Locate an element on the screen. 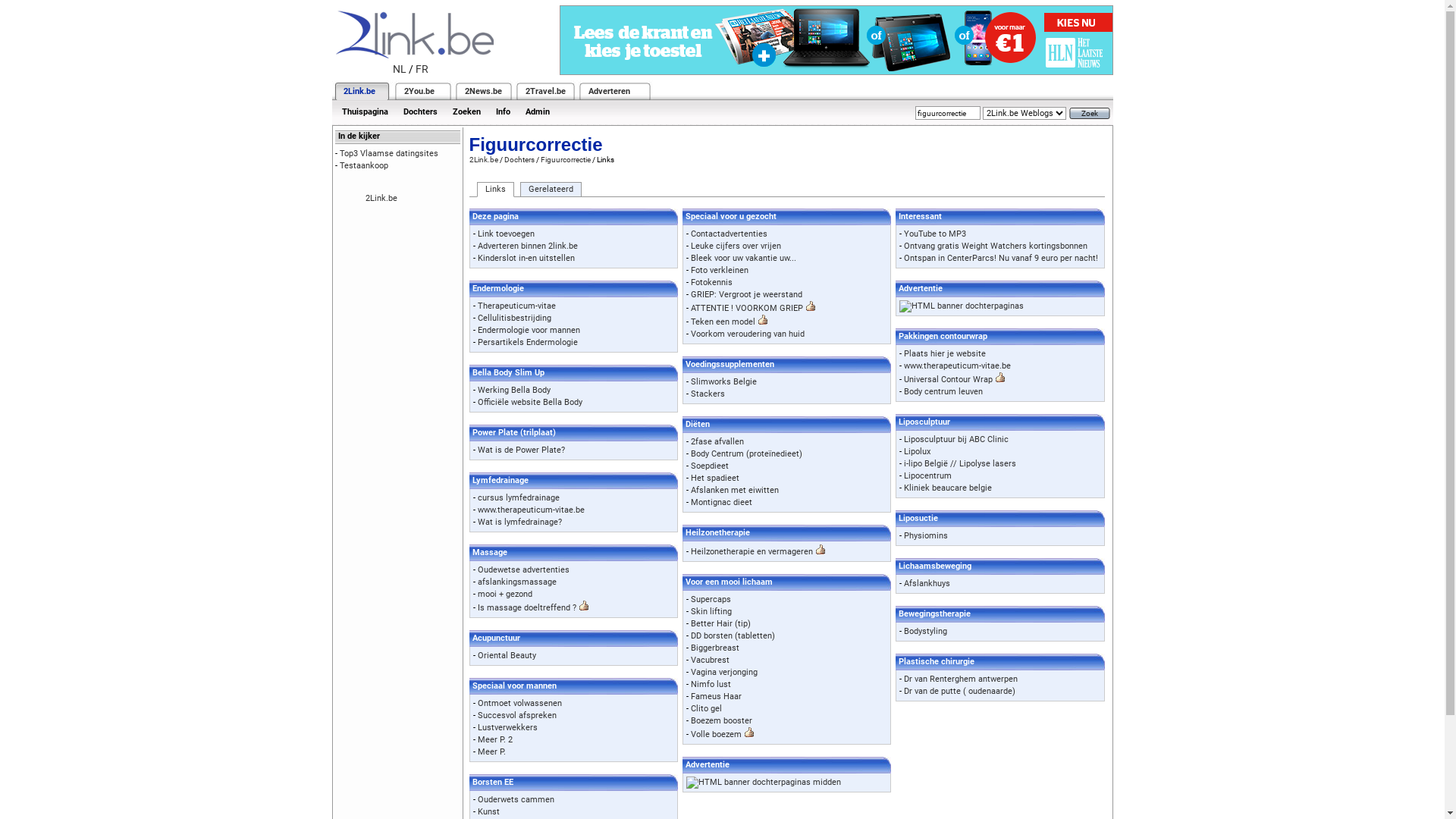 Image resolution: width=1456 pixels, height=819 pixels. 'www.therapeuticum-vitae.be' is located at coordinates (956, 366).